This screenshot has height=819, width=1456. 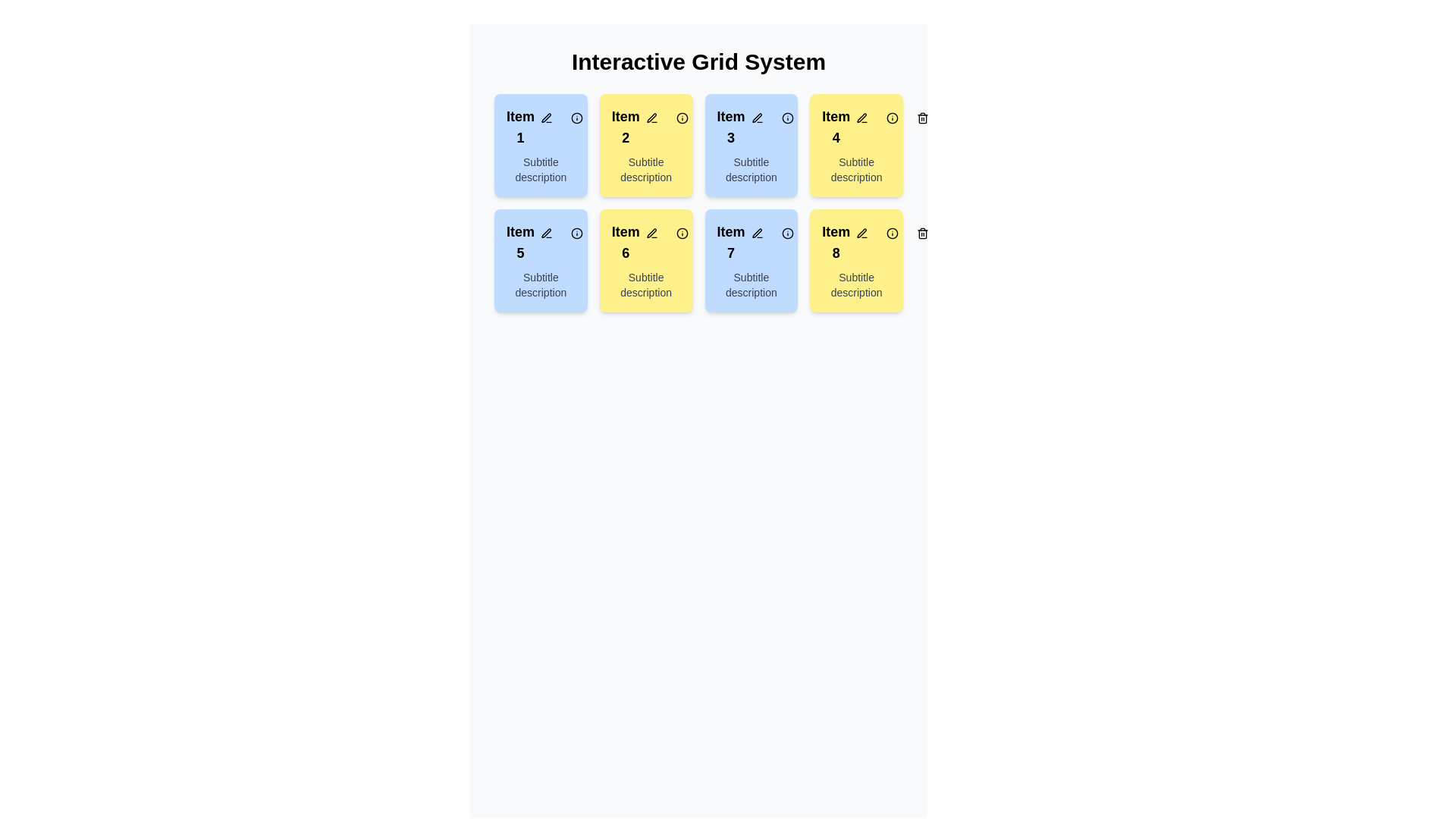 What do you see at coordinates (576, 234) in the screenshot?
I see `the circular button icon associated with the 'Item 5' section to interact with it` at bounding box center [576, 234].